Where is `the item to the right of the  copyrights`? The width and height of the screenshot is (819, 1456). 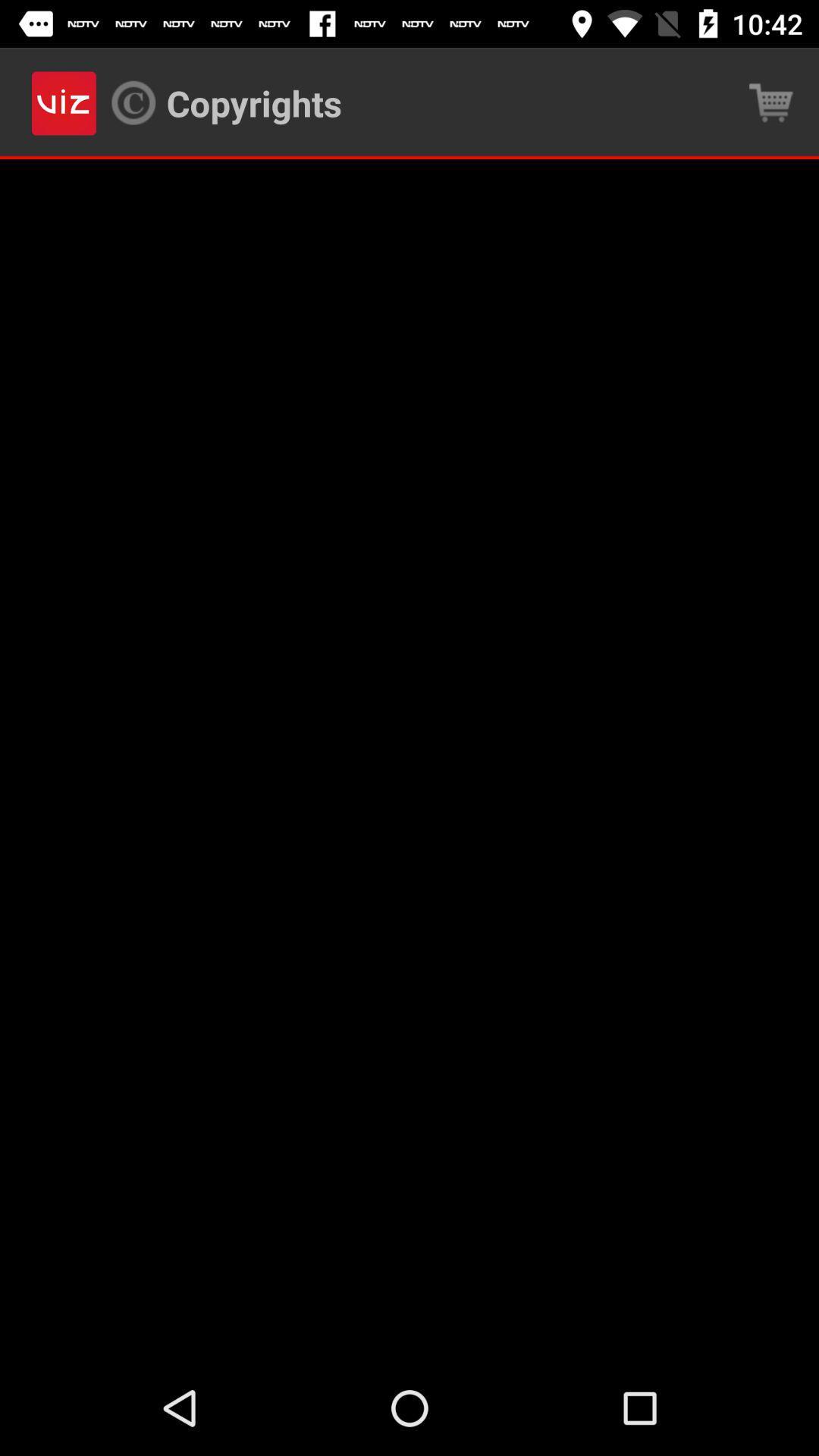
the item to the right of the  copyrights is located at coordinates (771, 102).